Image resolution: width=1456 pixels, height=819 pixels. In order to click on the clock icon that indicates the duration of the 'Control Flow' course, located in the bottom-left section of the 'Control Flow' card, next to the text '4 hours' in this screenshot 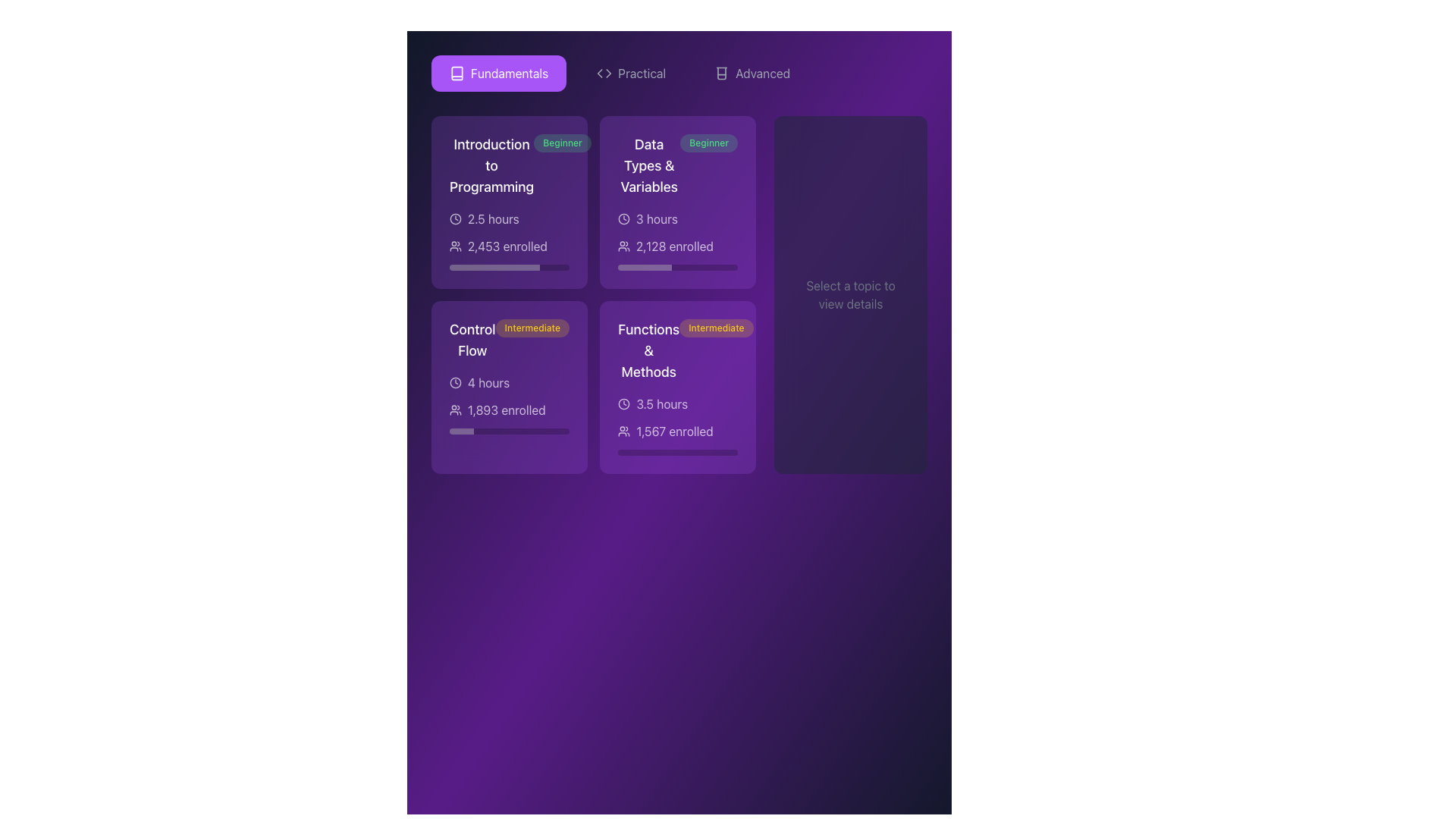, I will do `click(454, 382)`.